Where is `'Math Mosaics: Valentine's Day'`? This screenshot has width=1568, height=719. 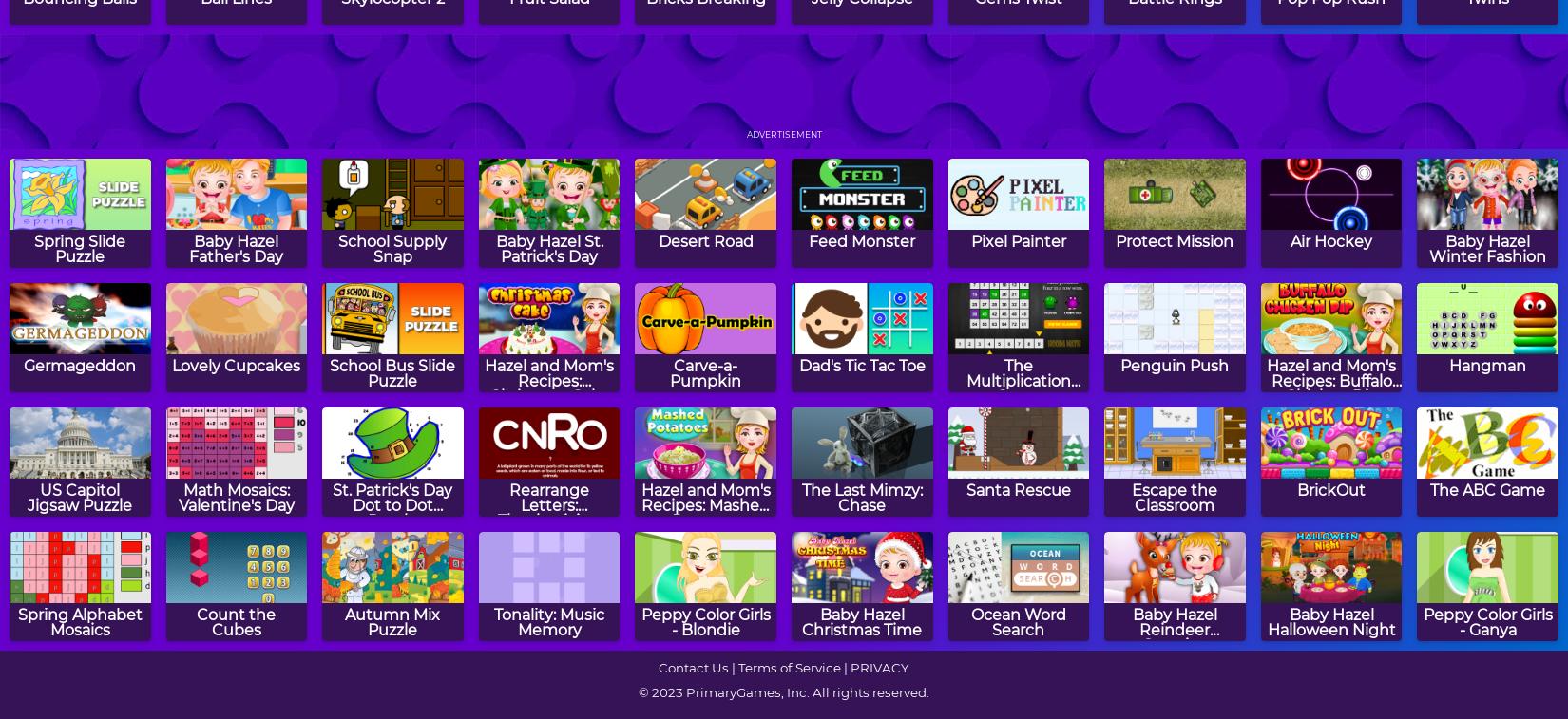 'Math Mosaics: Valentine's Day' is located at coordinates (177, 497).